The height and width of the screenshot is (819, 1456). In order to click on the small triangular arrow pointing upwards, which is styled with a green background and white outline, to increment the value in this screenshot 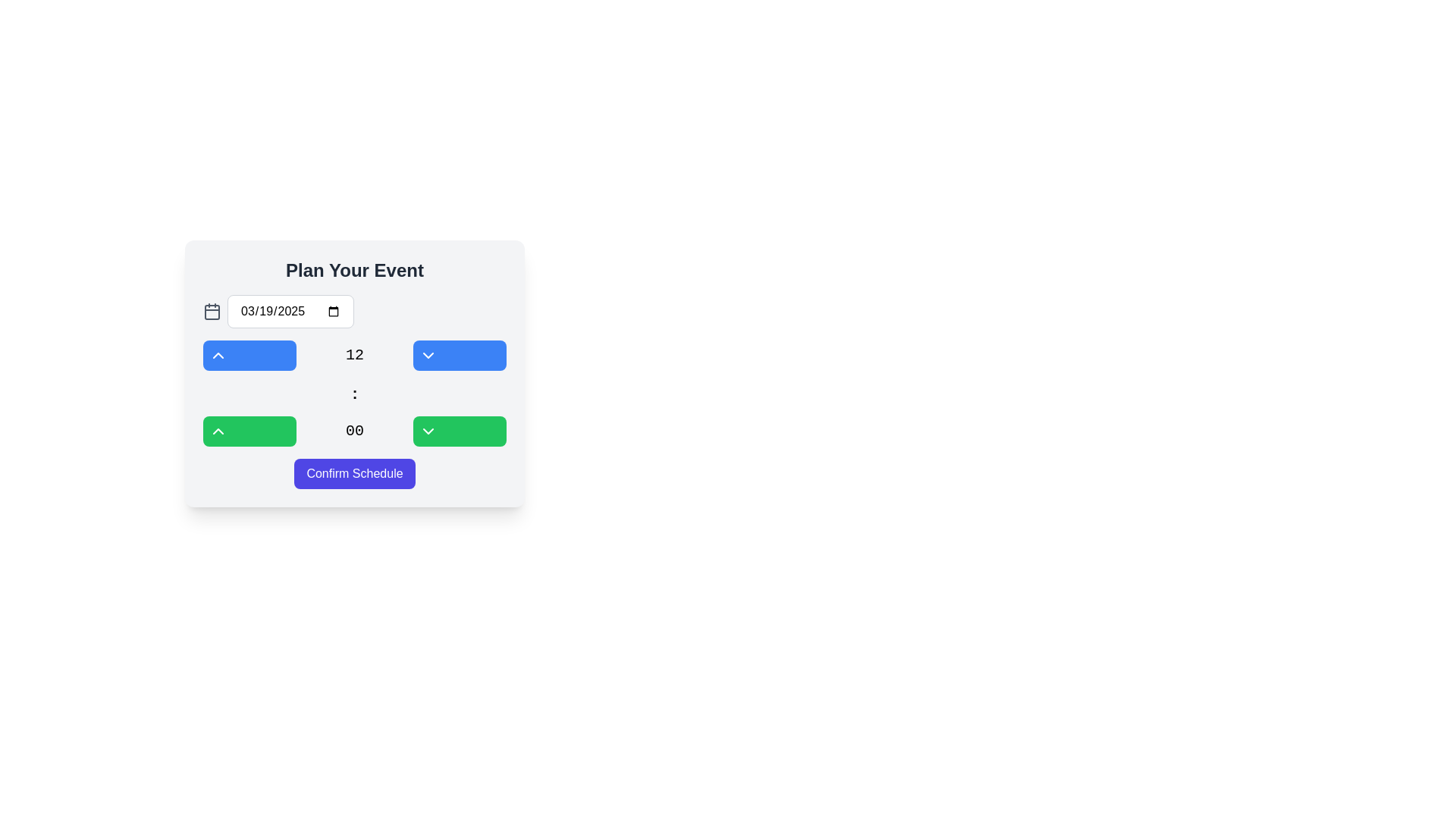, I will do `click(218, 431)`.